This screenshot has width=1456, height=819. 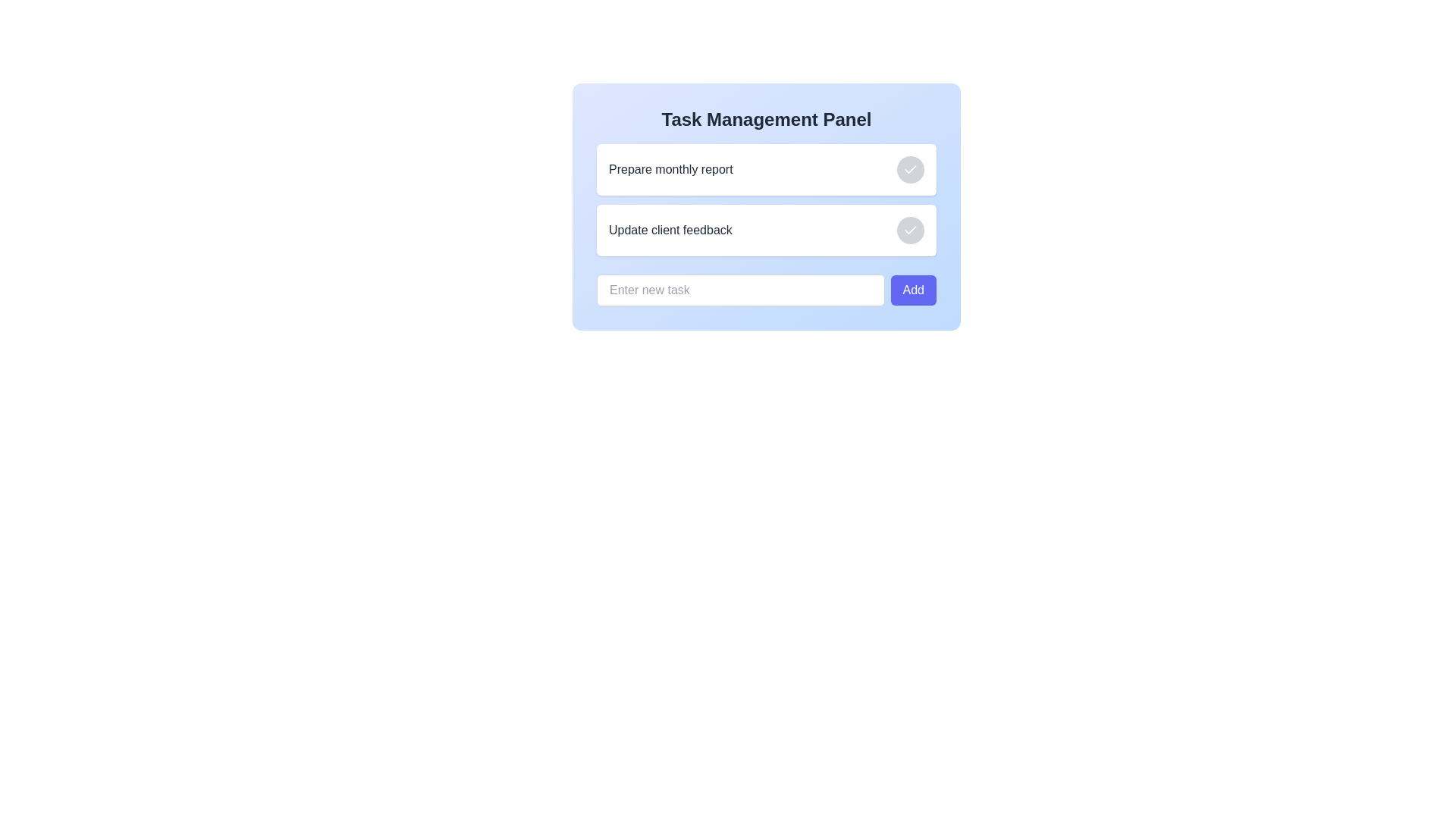 What do you see at coordinates (910, 230) in the screenshot?
I see `the appearance of the checkmark icon located at the right end of the first task item labeled 'Prepare monthly report'` at bounding box center [910, 230].